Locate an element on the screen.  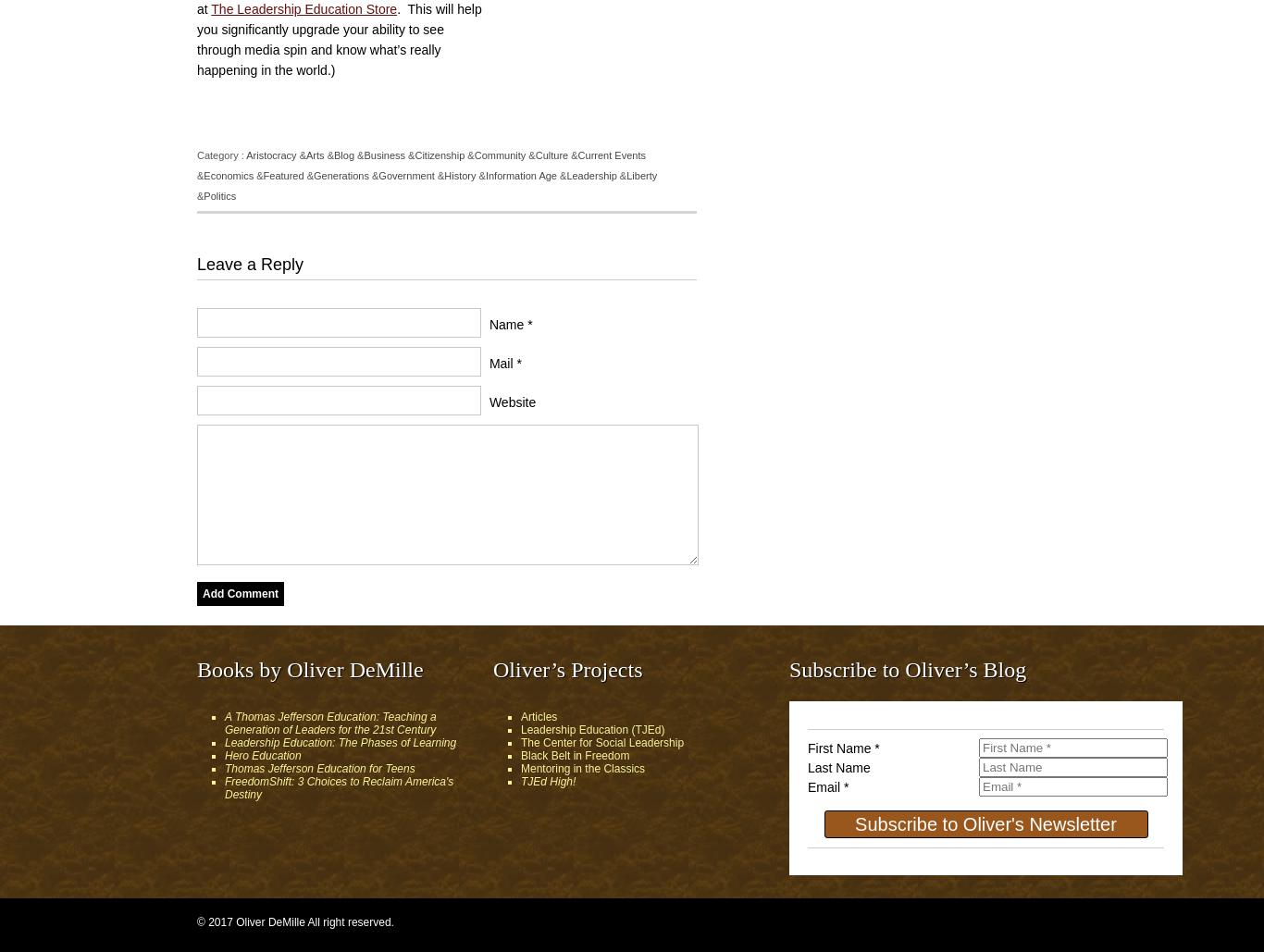
'Liberty' is located at coordinates (641, 175).